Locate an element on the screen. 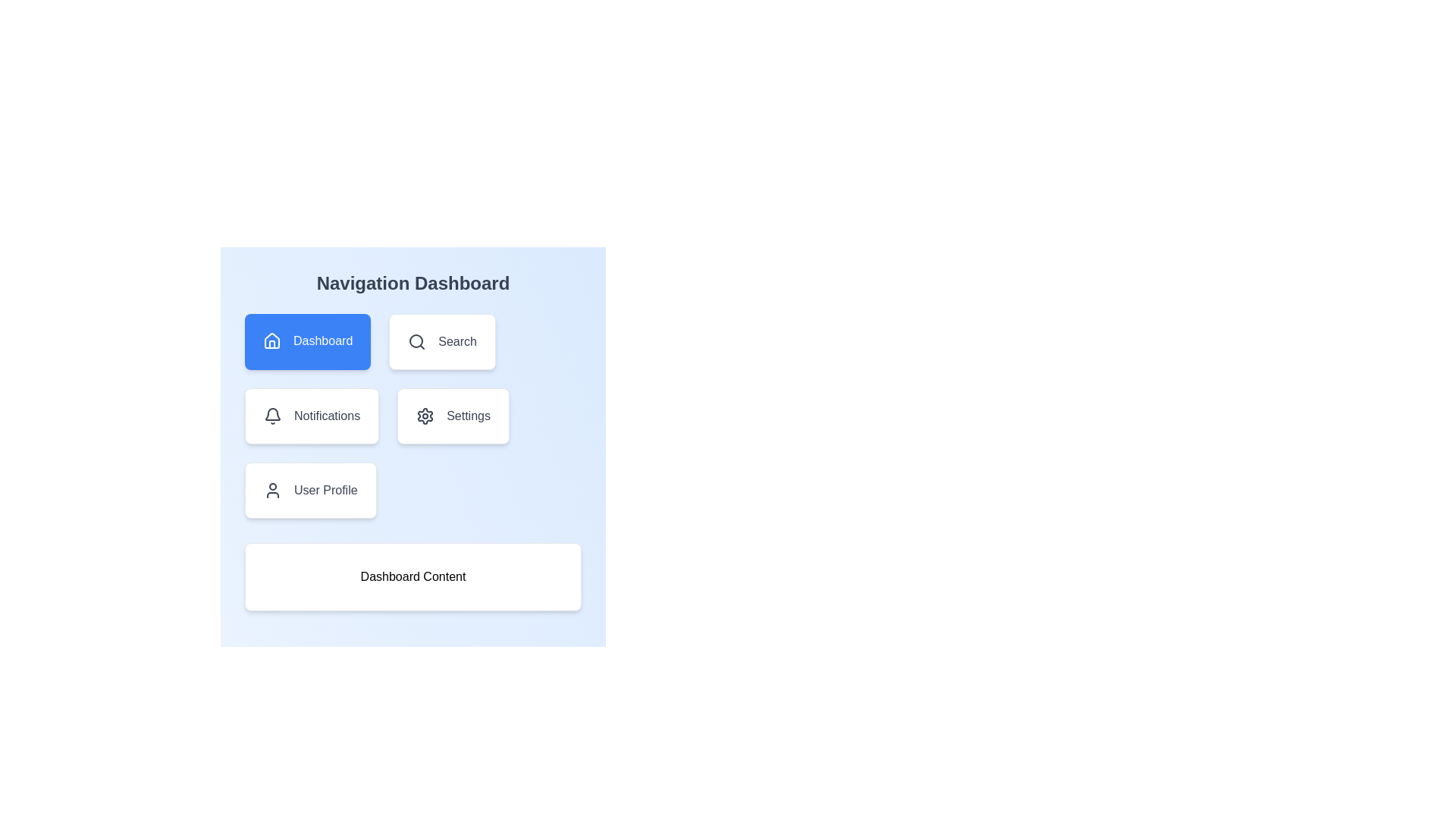  the 'Dashboard' icon located at the top left of the 'Navigation Dashboard' interface is located at coordinates (272, 341).